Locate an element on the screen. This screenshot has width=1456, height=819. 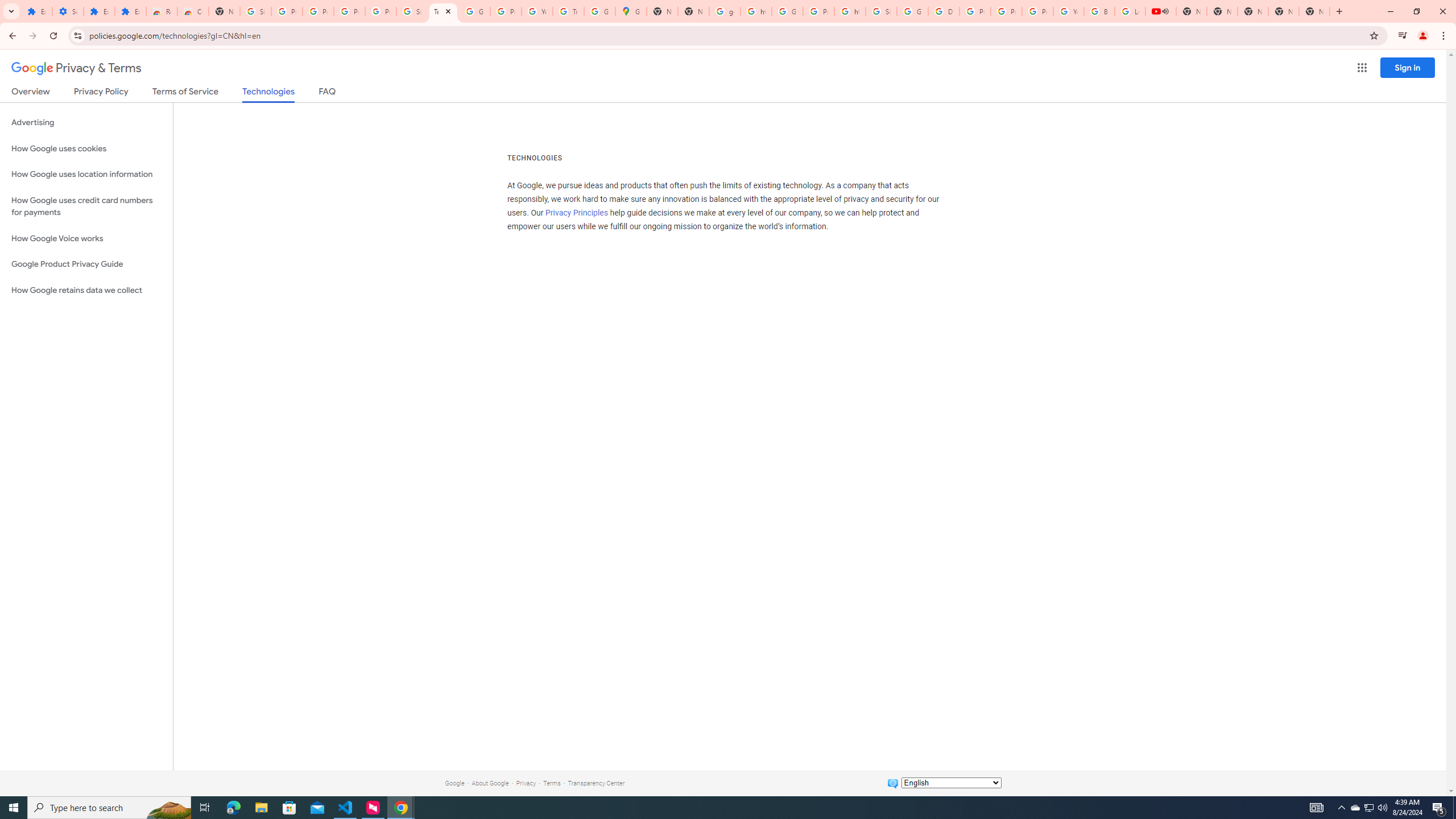
'https://scholar.google.com/' is located at coordinates (755, 11).